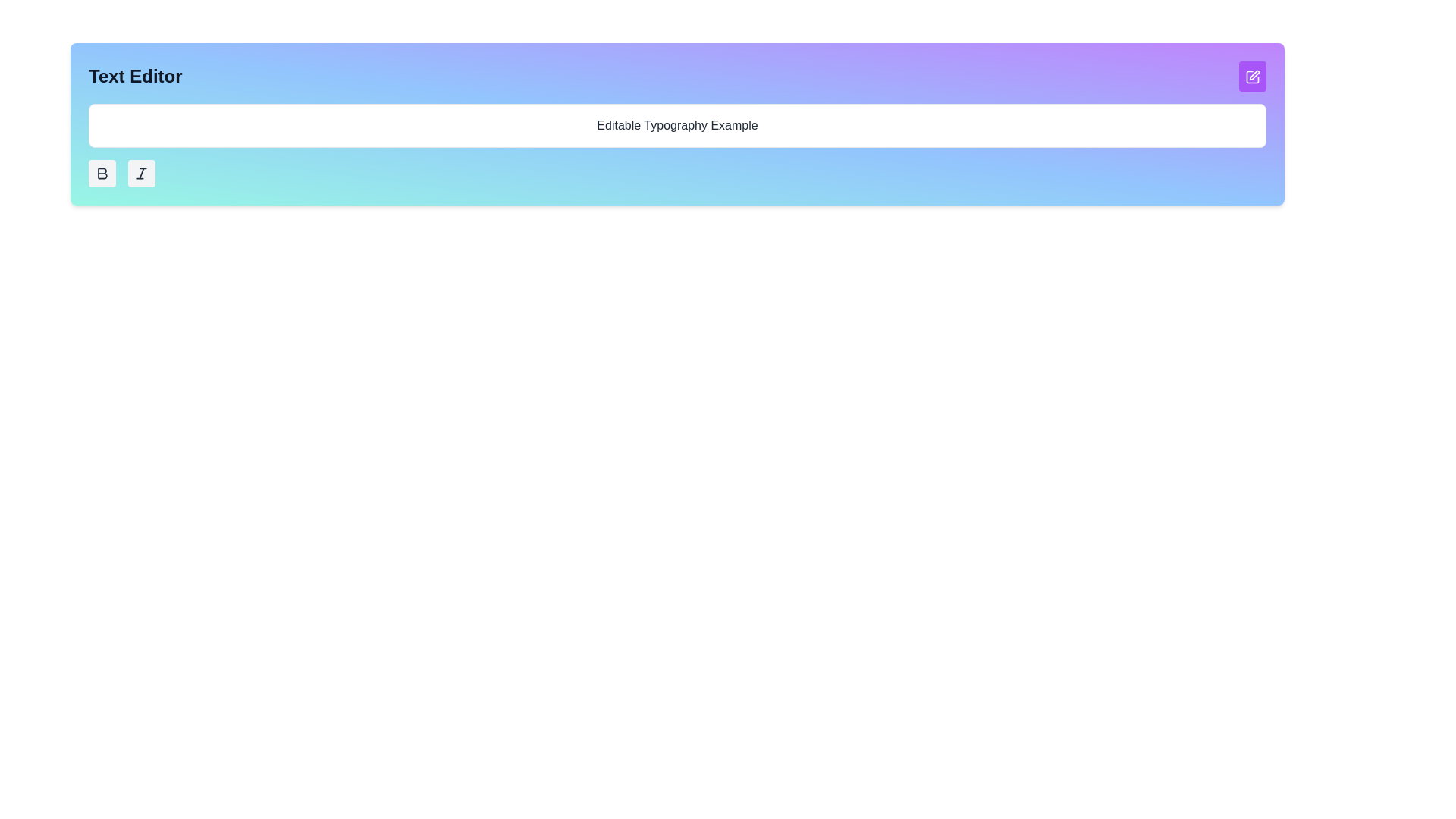  What do you see at coordinates (101, 172) in the screenshot?
I see `the first button on the left in the row of formatting buttons` at bounding box center [101, 172].